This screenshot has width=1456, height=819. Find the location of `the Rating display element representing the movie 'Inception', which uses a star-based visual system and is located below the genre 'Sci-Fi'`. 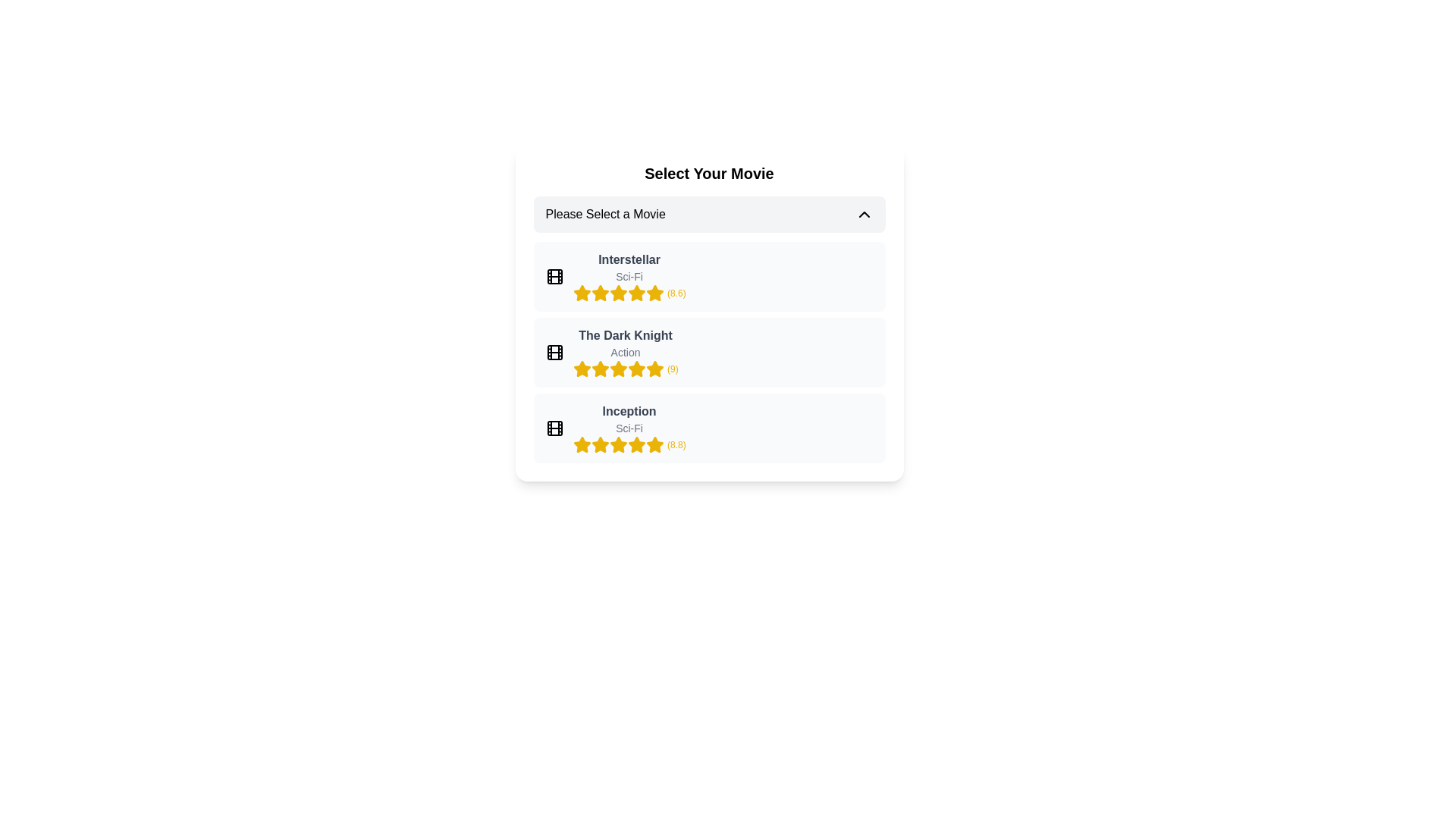

the Rating display element representing the movie 'Inception', which uses a star-based visual system and is located below the genre 'Sci-Fi' is located at coordinates (629, 444).